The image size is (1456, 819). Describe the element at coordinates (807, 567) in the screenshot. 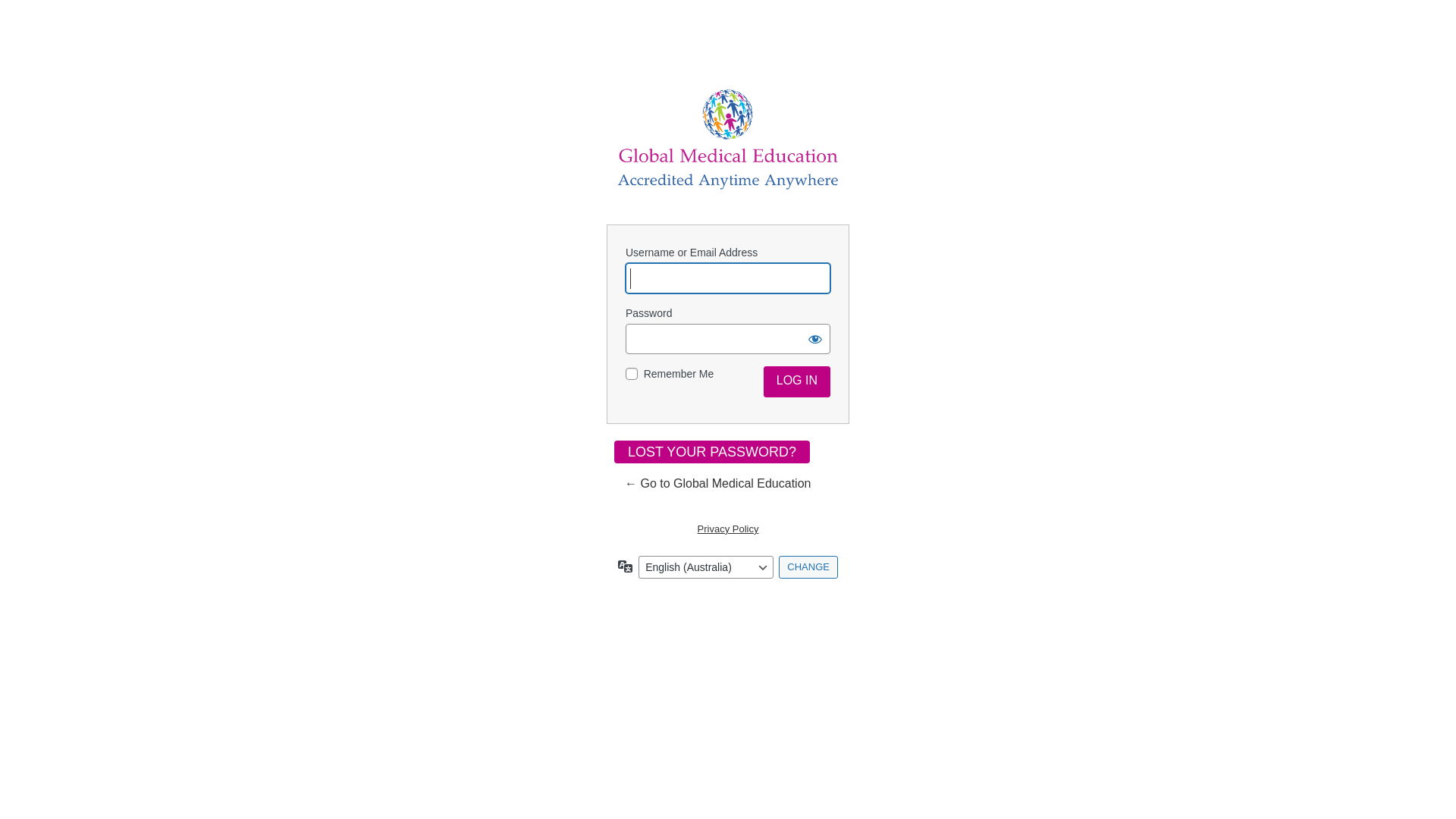

I see `'Change'` at that location.